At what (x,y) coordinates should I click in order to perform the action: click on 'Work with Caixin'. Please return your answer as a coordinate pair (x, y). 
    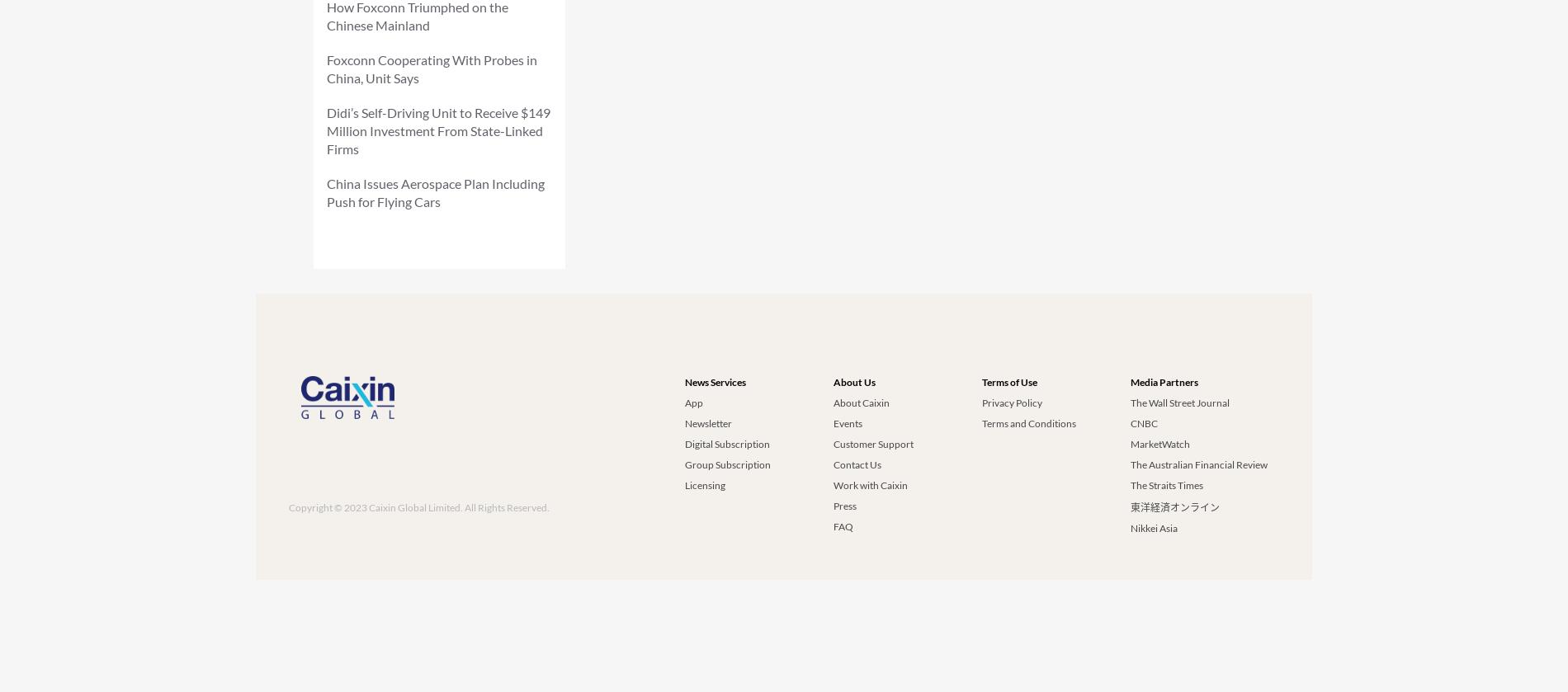
    Looking at the image, I should click on (871, 484).